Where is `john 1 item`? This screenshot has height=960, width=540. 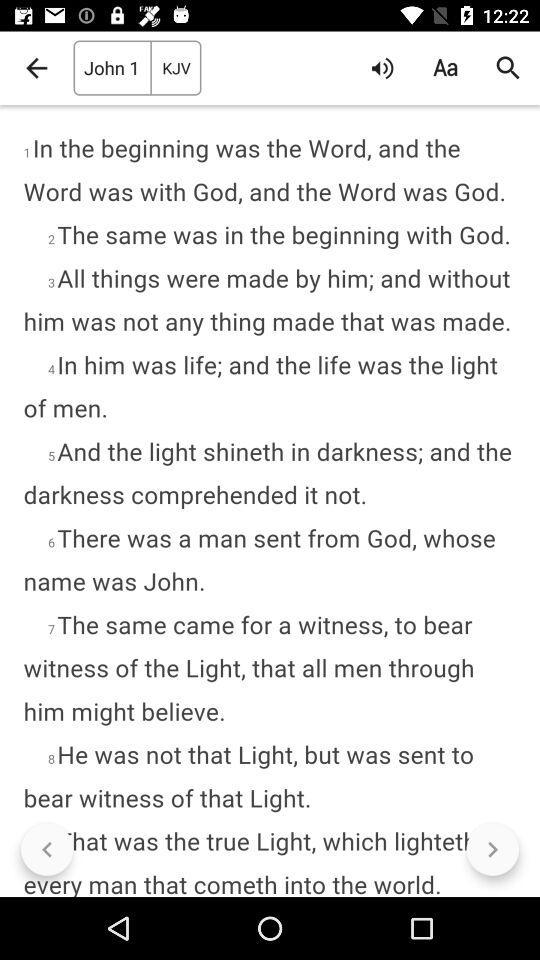 john 1 item is located at coordinates (111, 68).